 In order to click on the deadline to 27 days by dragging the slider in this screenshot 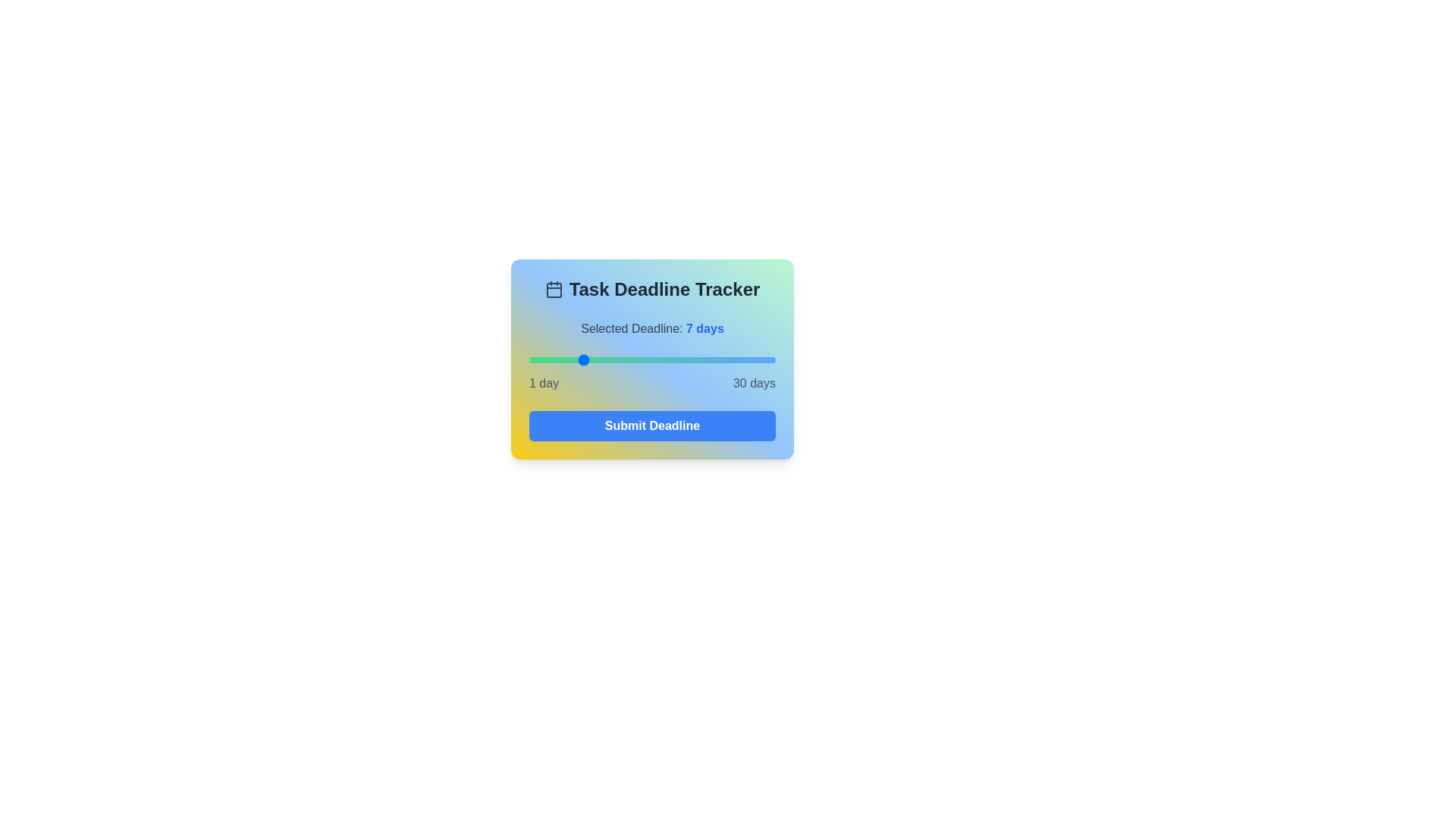, I will do `click(750, 359)`.